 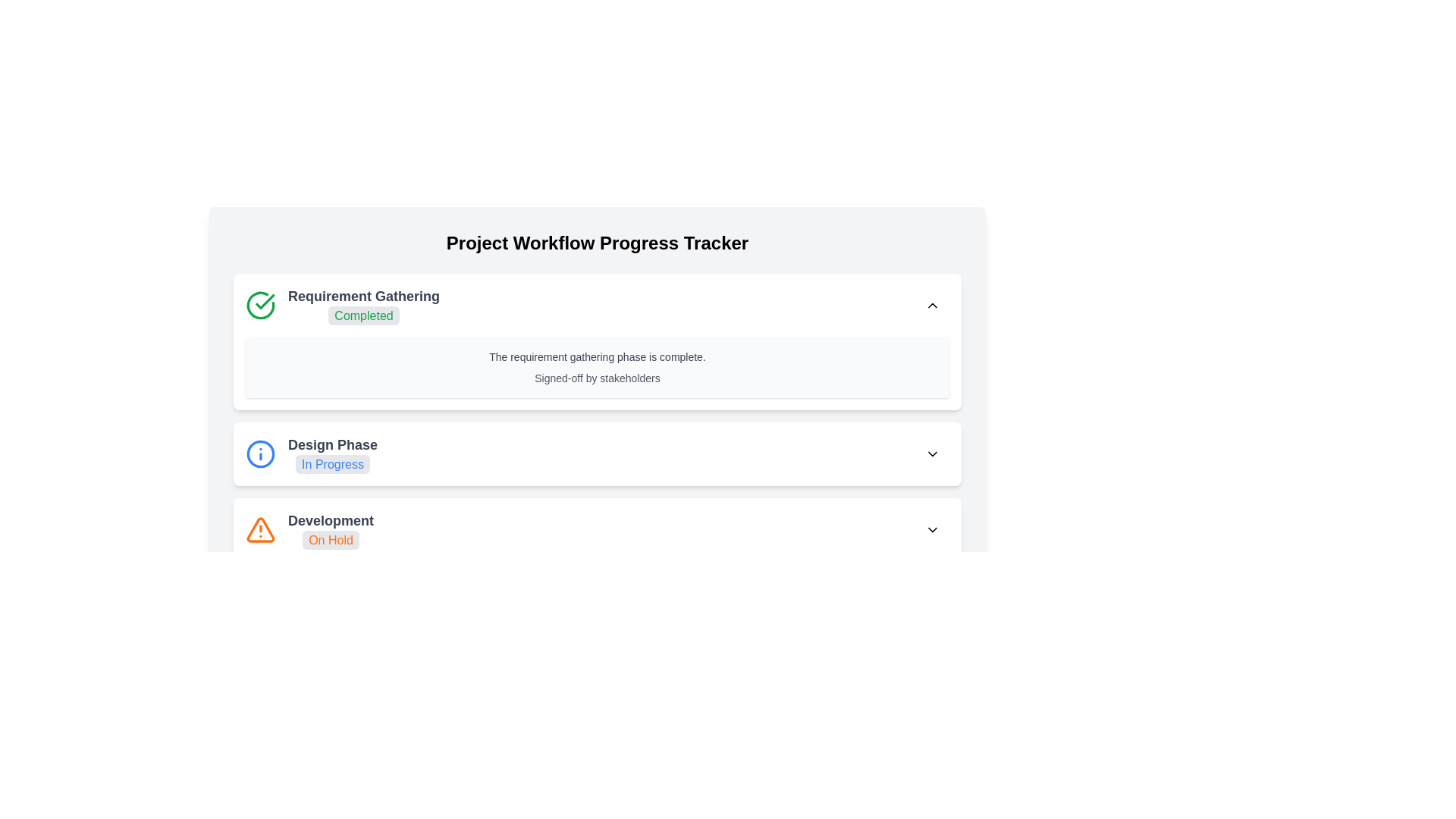 I want to click on the SVG circle that represents the 'Design Phase' section icon, which is decorative and communicative in nature, so click(x=261, y=453).